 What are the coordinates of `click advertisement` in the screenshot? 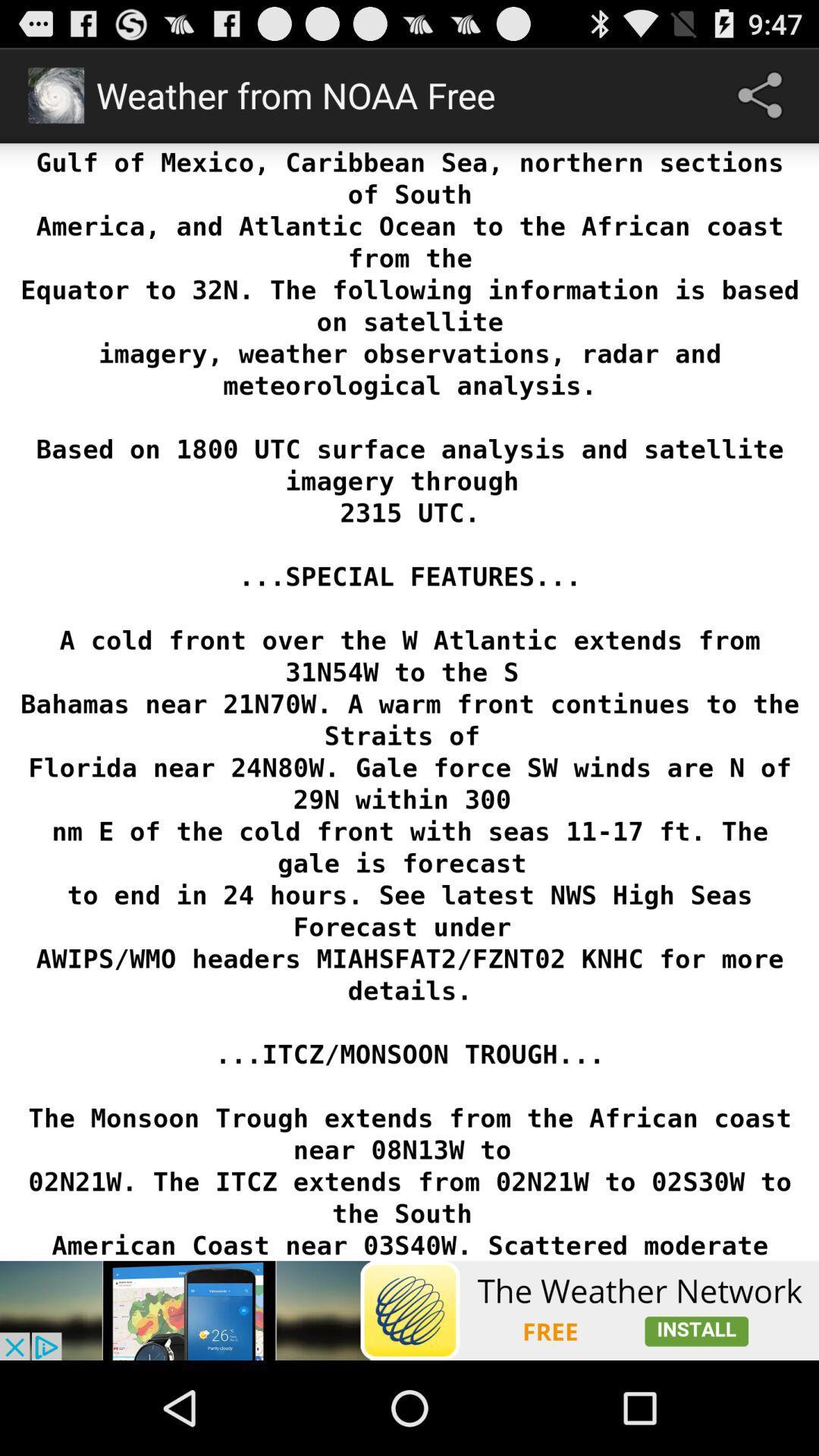 It's located at (409, 1310).